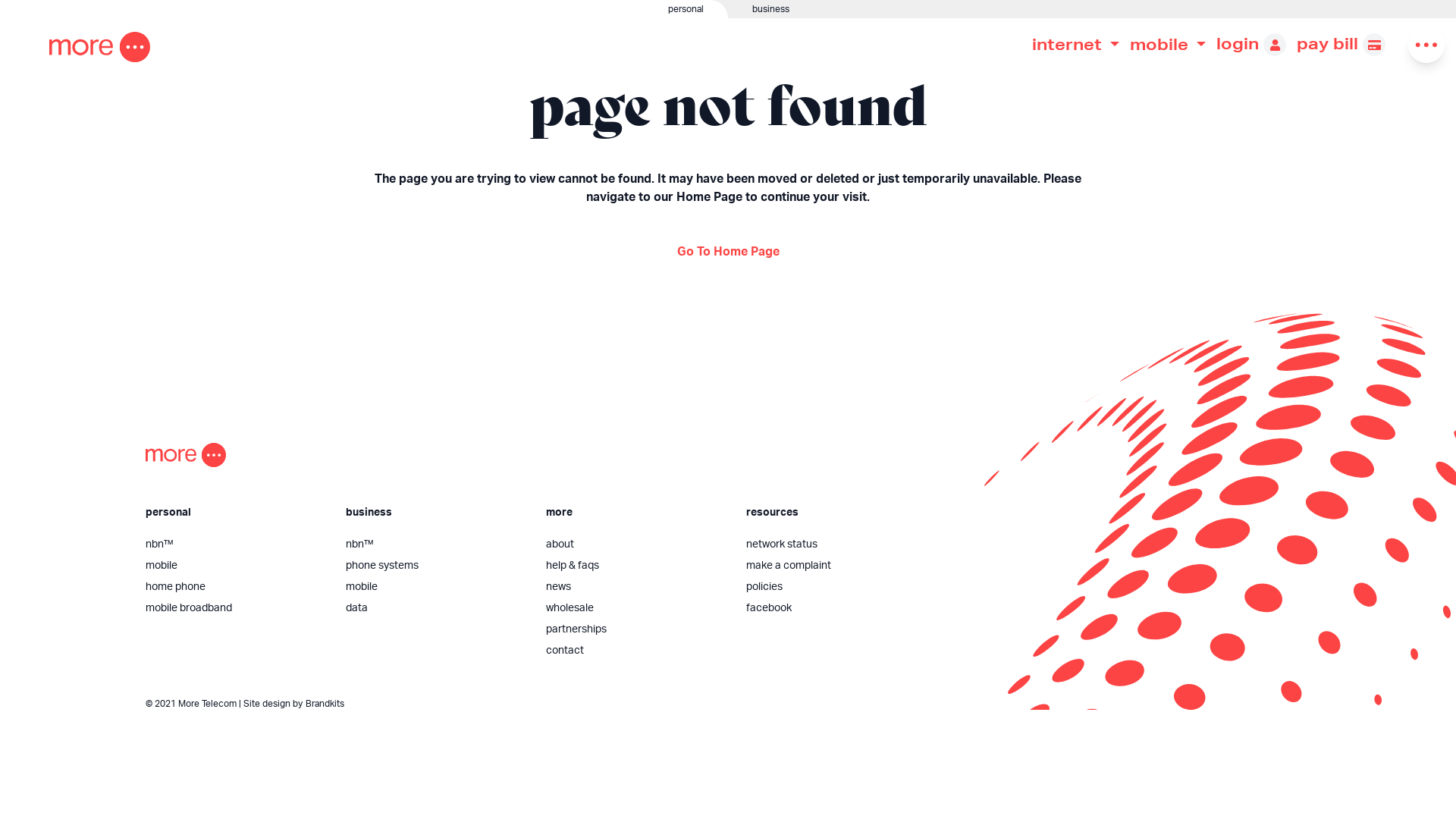 This screenshot has height=819, width=1456. Describe the element at coordinates (1129, 43) in the screenshot. I see `'mobile'` at that location.